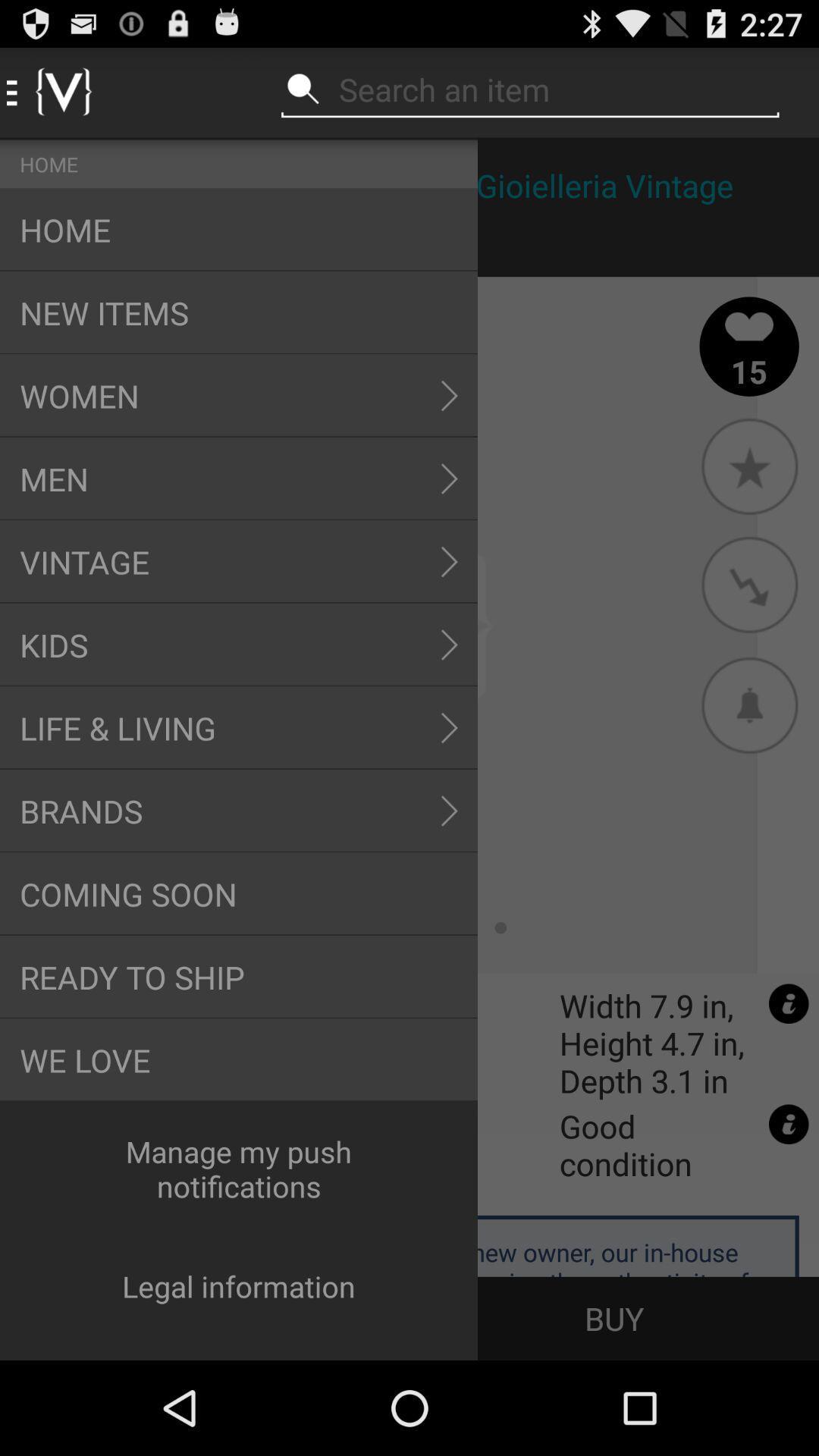 The image size is (819, 1456). Describe the element at coordinates (748, 498) in the screenshot. I see `the star icon` at that location.